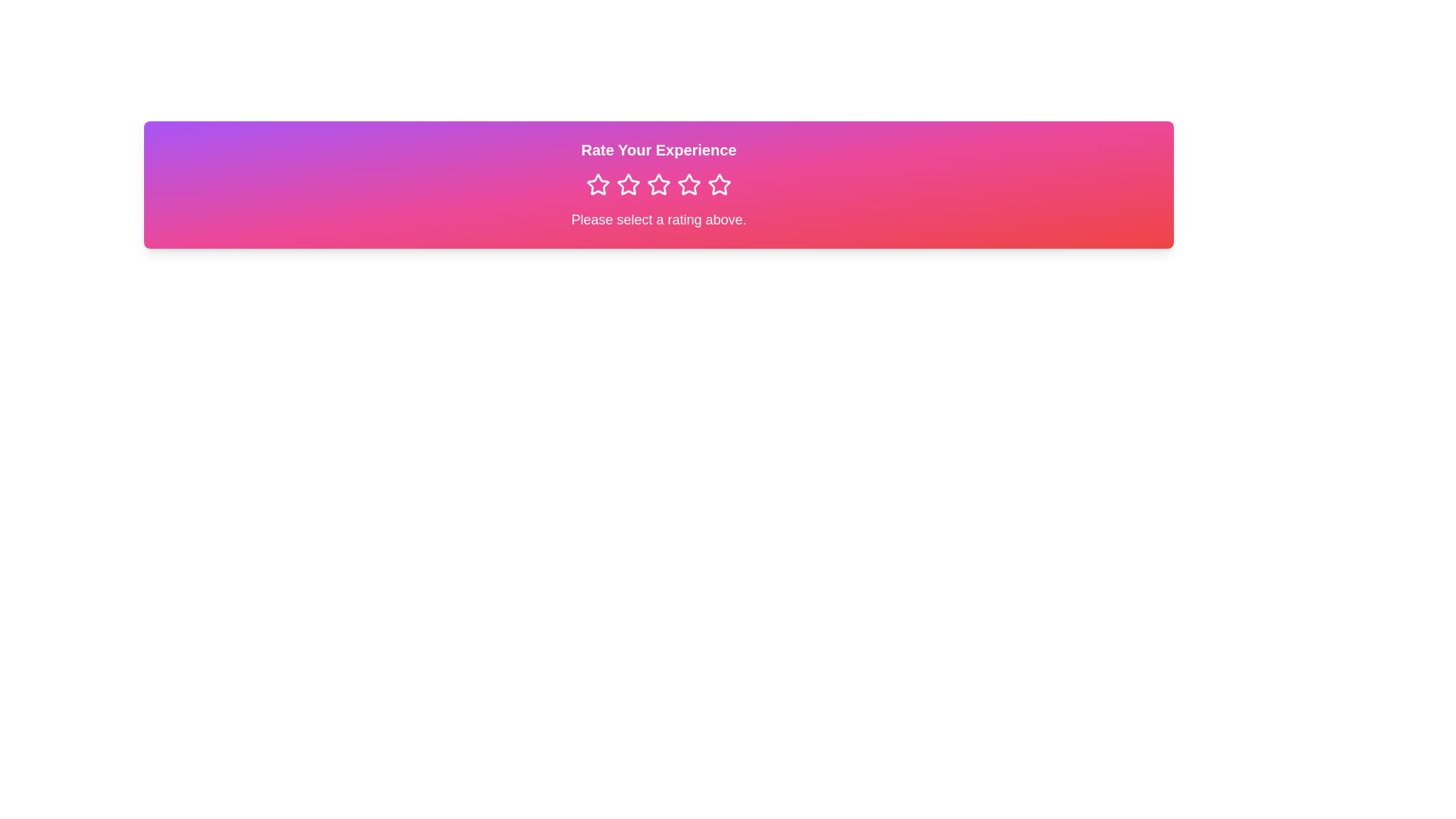 This screenshot has height=819, width=1456. Describe the element at coordinates (718, 184) in the screenshot. I see `the fourth star icon in the rating interface` at that location.